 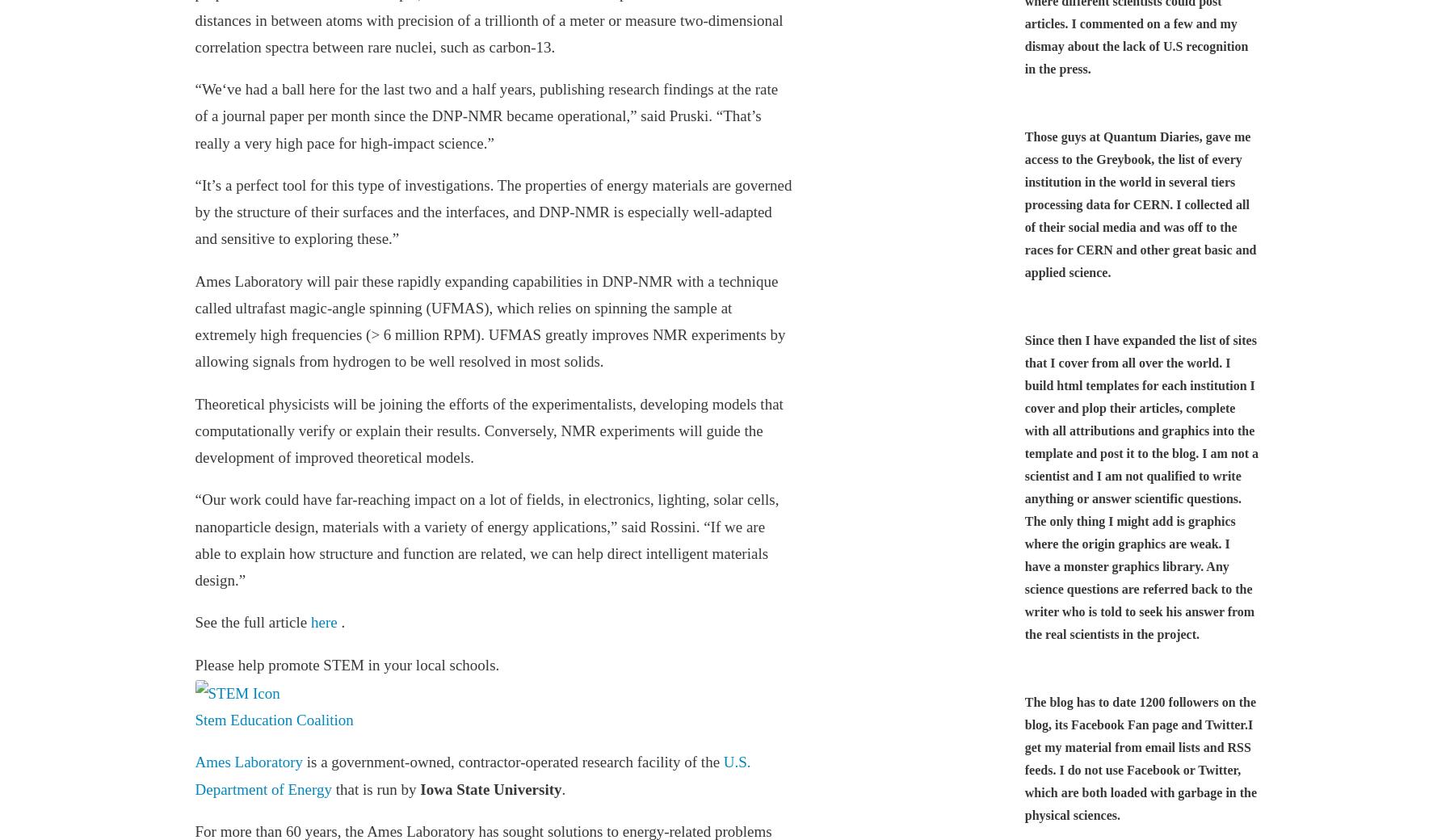 What do you see at coordinates (1139, 204) in the screenshot?
I see `'Those guys at Quantum Diaries, gave me access to the Greybook, the list of every institution in the world in several tiers processing data for CERN. I collected all of their social media and was off to the races for CERN and other great basic and applied science.'` at bounding box center [1139, 204].